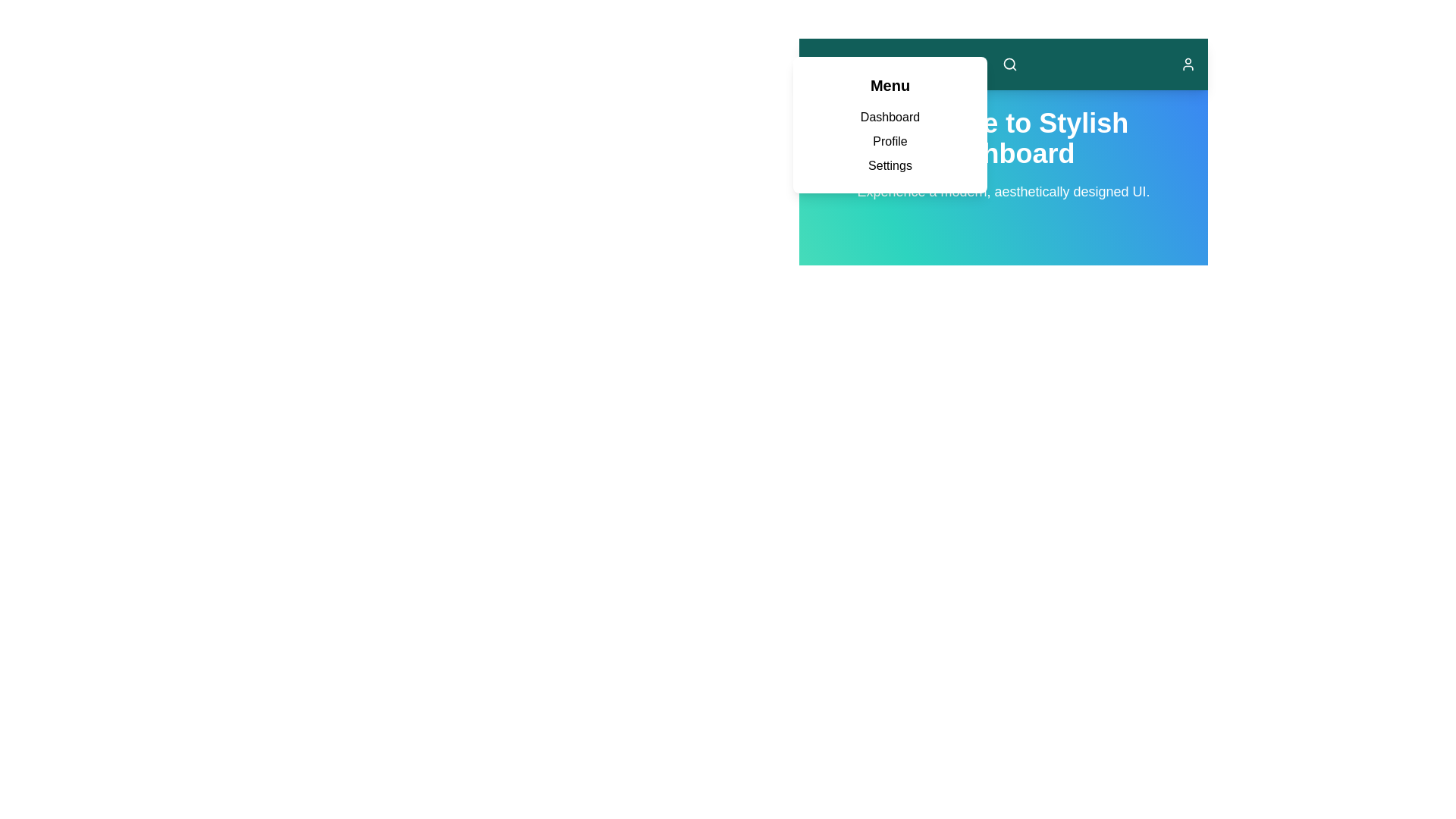 The height and width of the screenshot is (819, 1456). I want to click on menu button to toggle the menu visibility, so click(824, 63).